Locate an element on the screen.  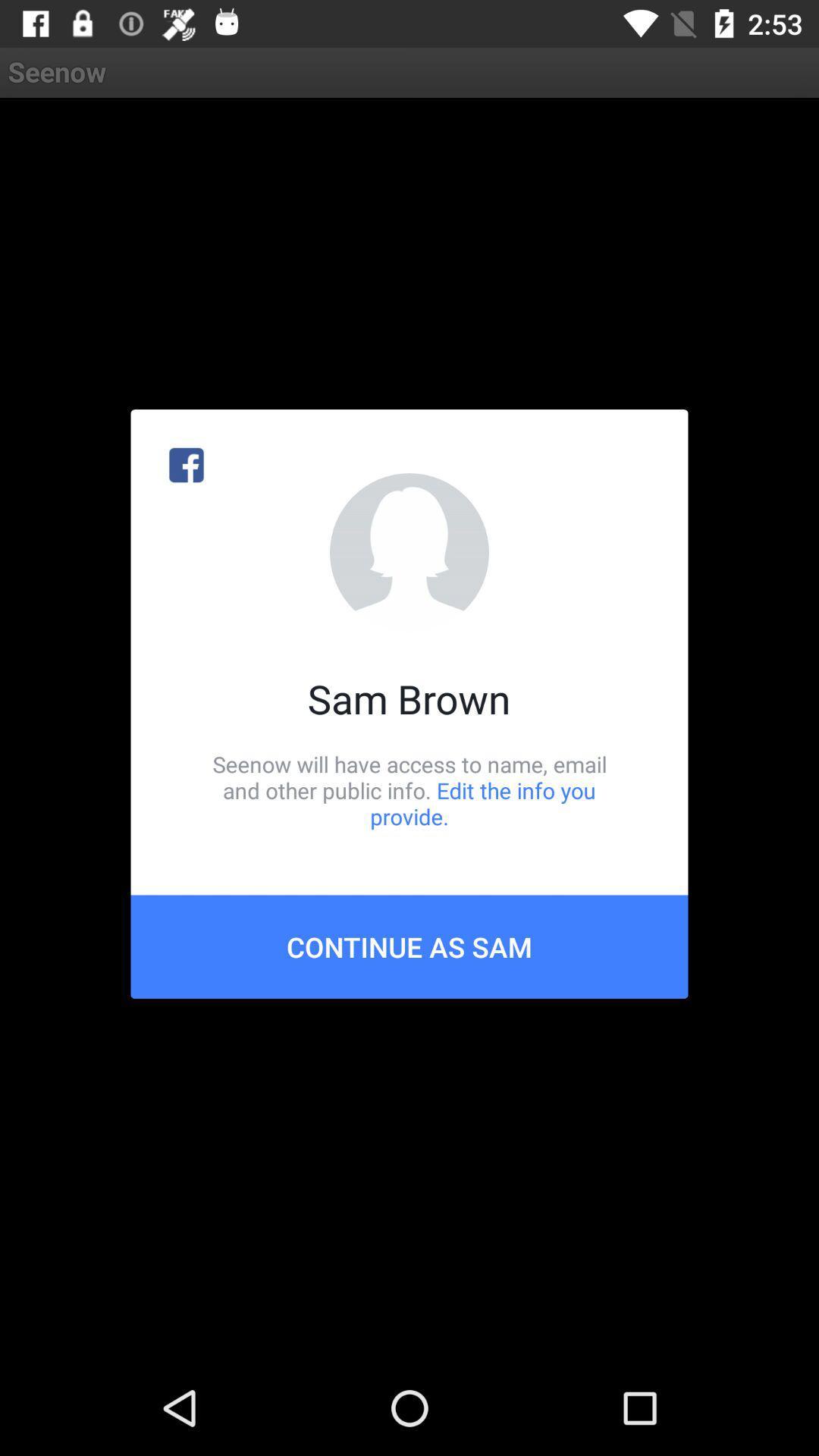
the continue as sam is located at coordinates (409, 946).